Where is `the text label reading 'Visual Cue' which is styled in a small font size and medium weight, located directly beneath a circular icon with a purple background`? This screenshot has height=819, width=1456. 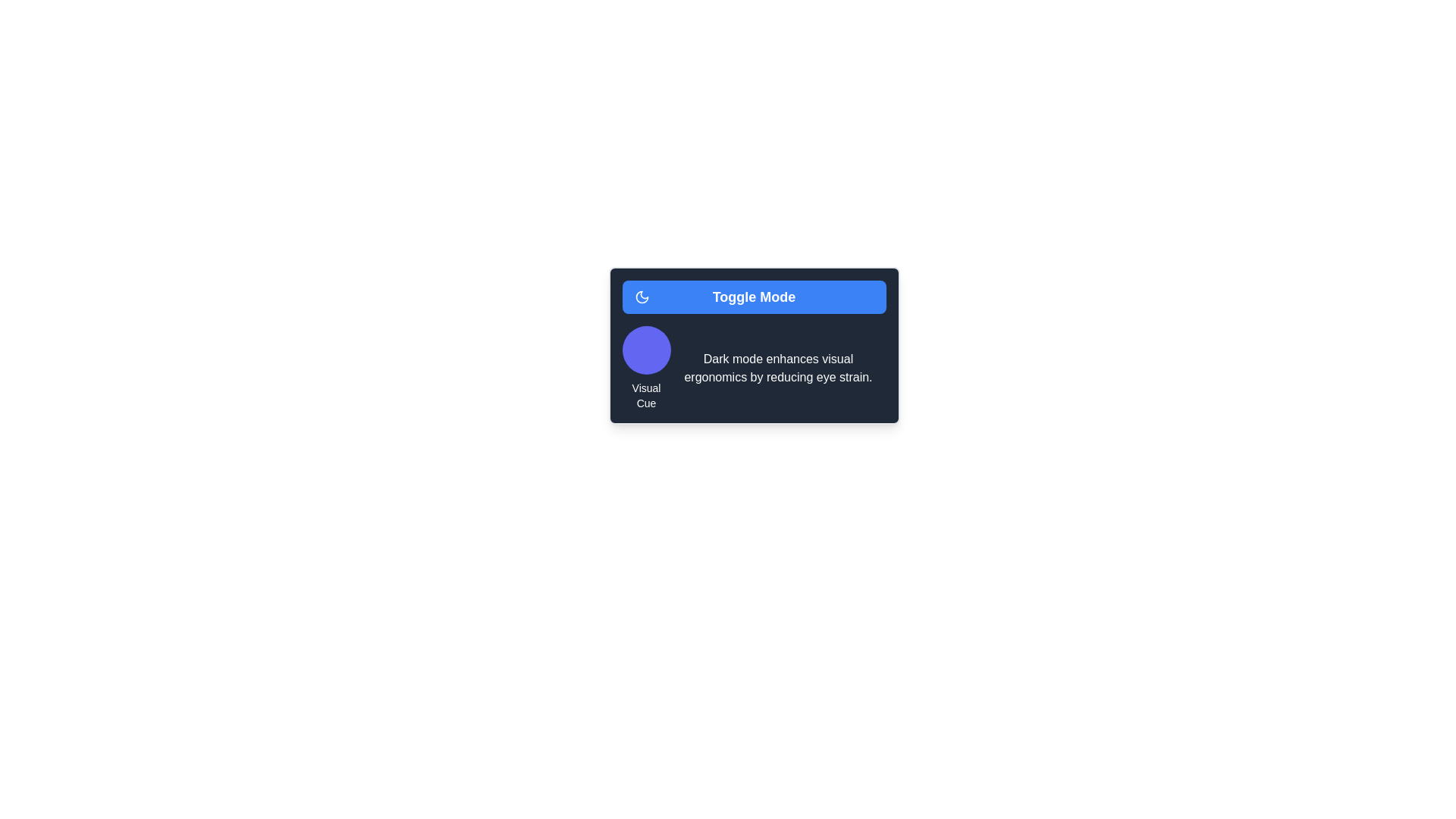
the text label reading 'Visual Cue' which is styled in a small font size and medium weight, located directly beneath a circular icon with a purple background is located at coordinates (646, 394).